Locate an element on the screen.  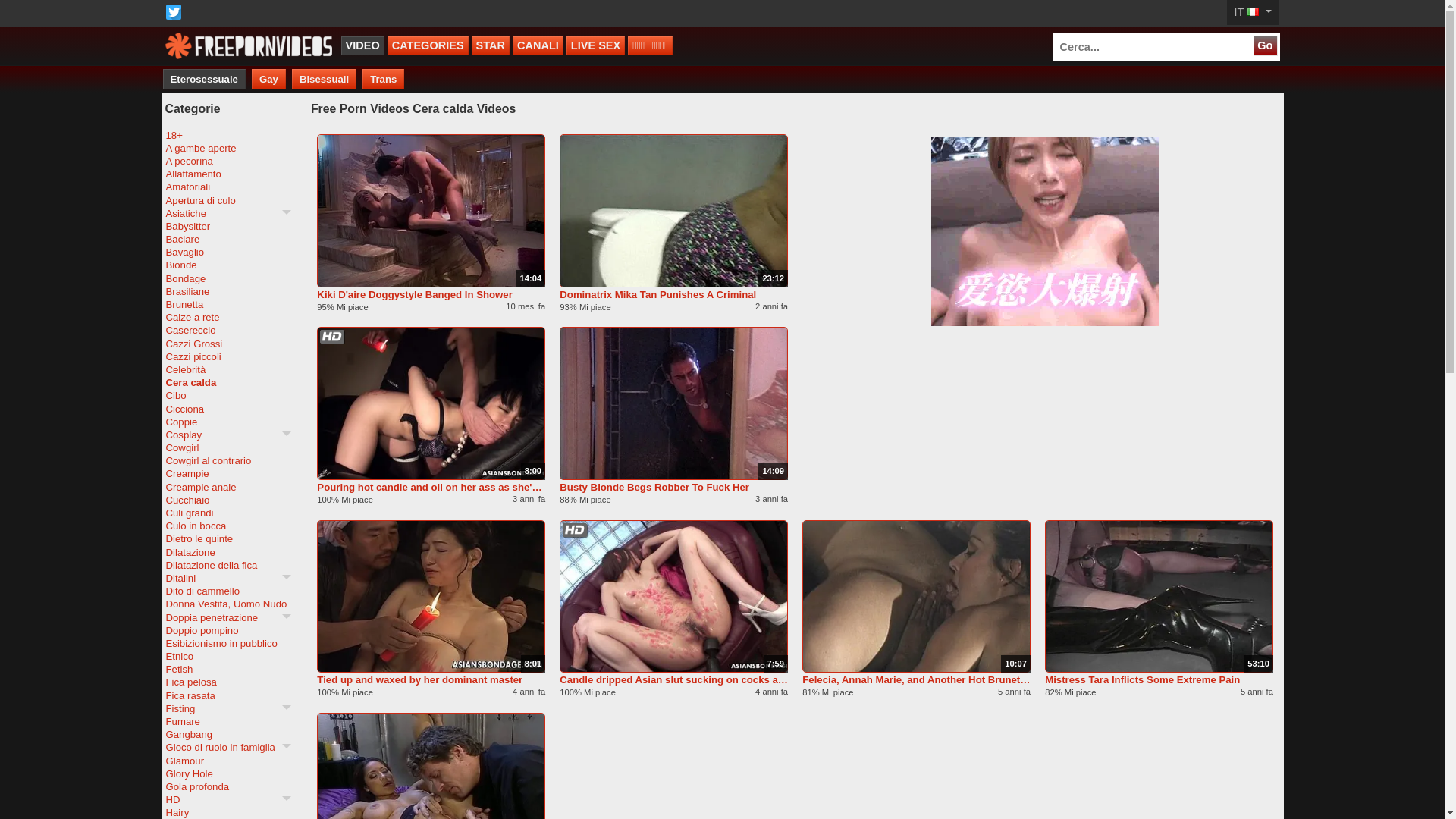
'Ditalini' is located at coordinates (227, 578).